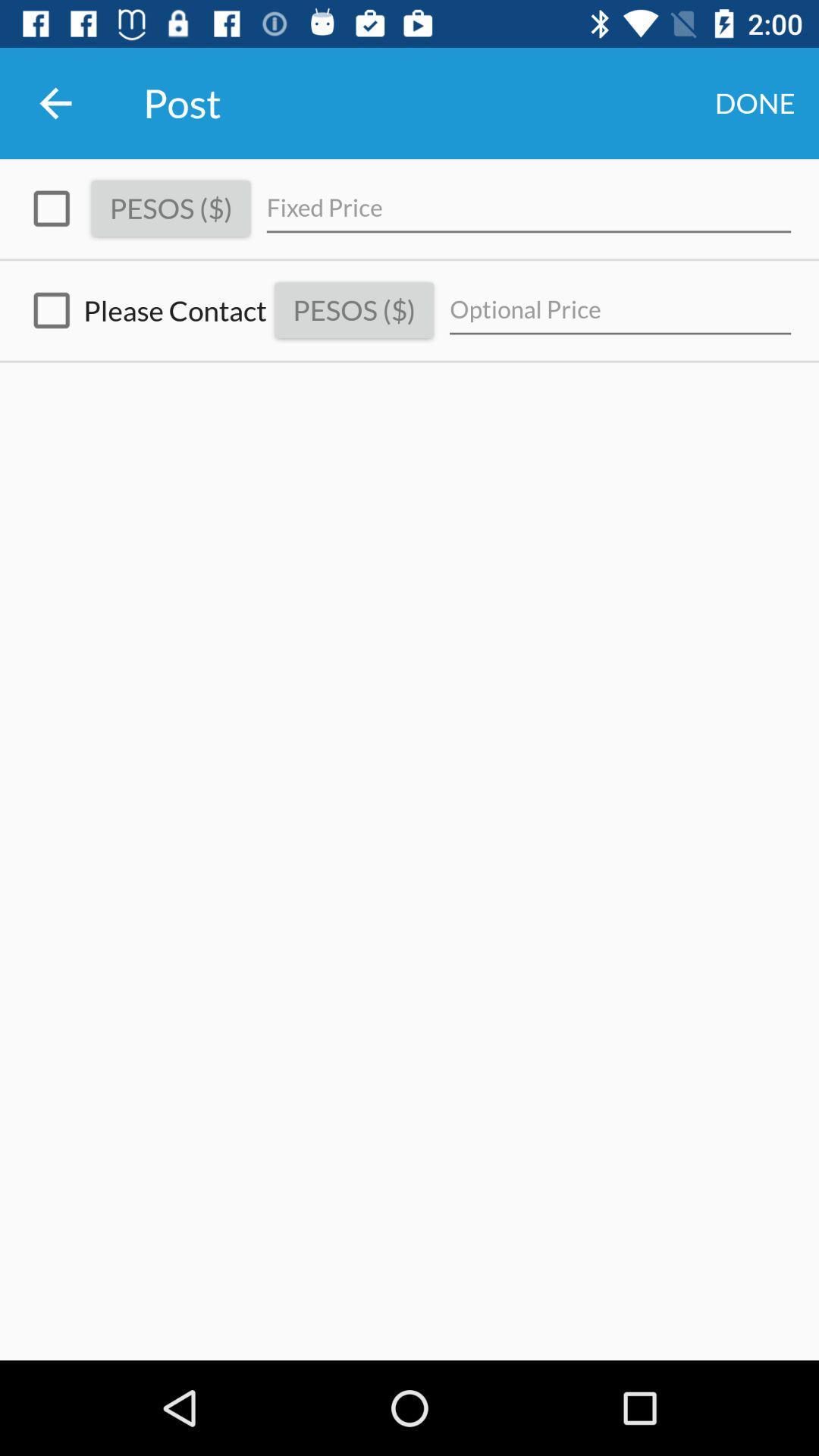  I want to click on icon to the left of pesos ($), so click(51, 208).